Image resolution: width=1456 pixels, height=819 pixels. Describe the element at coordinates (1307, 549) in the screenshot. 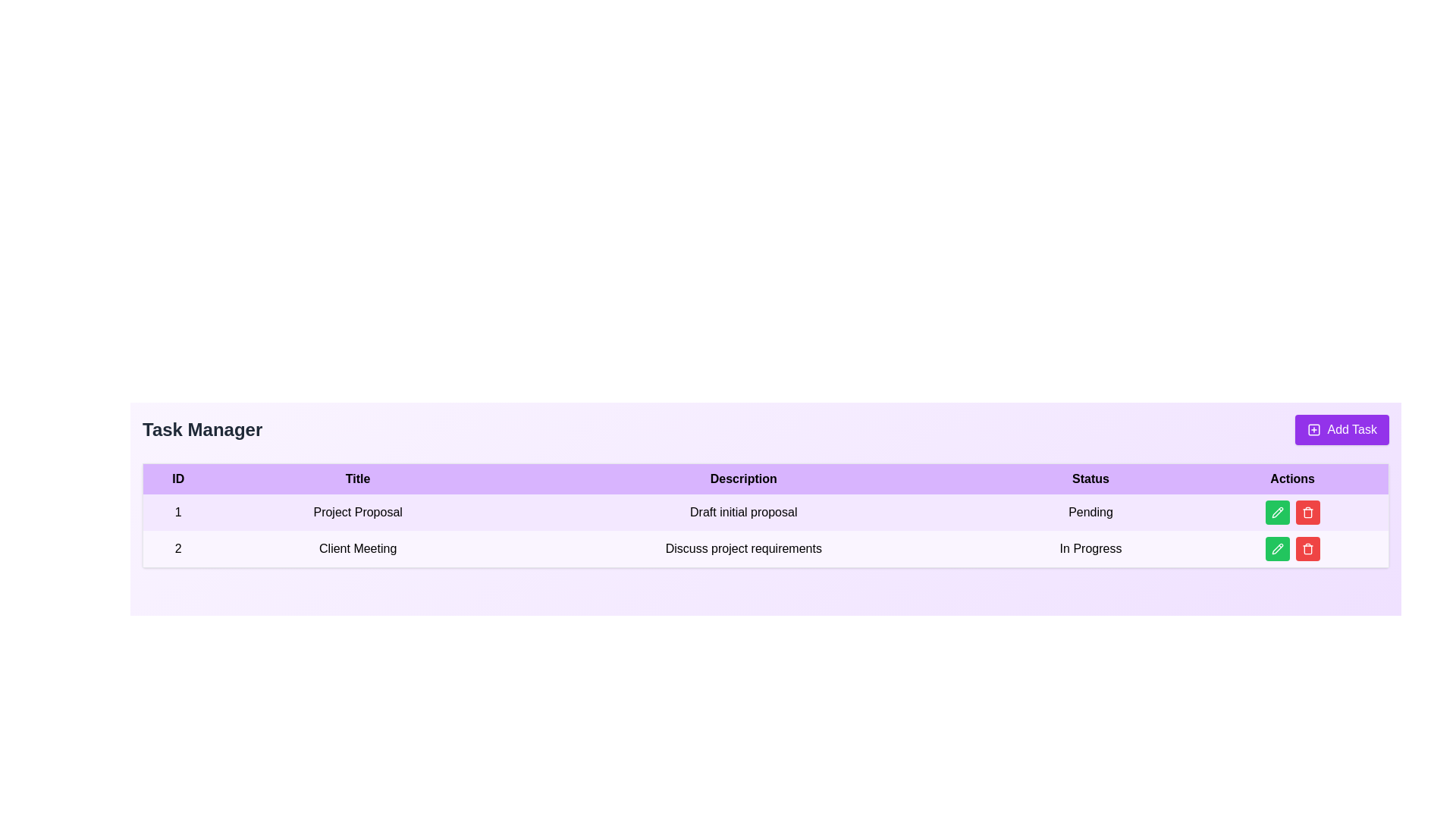

I see `the delete button located in the 'Actions' column of the second row of the table for the 'Client Meeting' task to initiate the delete action` at that location.